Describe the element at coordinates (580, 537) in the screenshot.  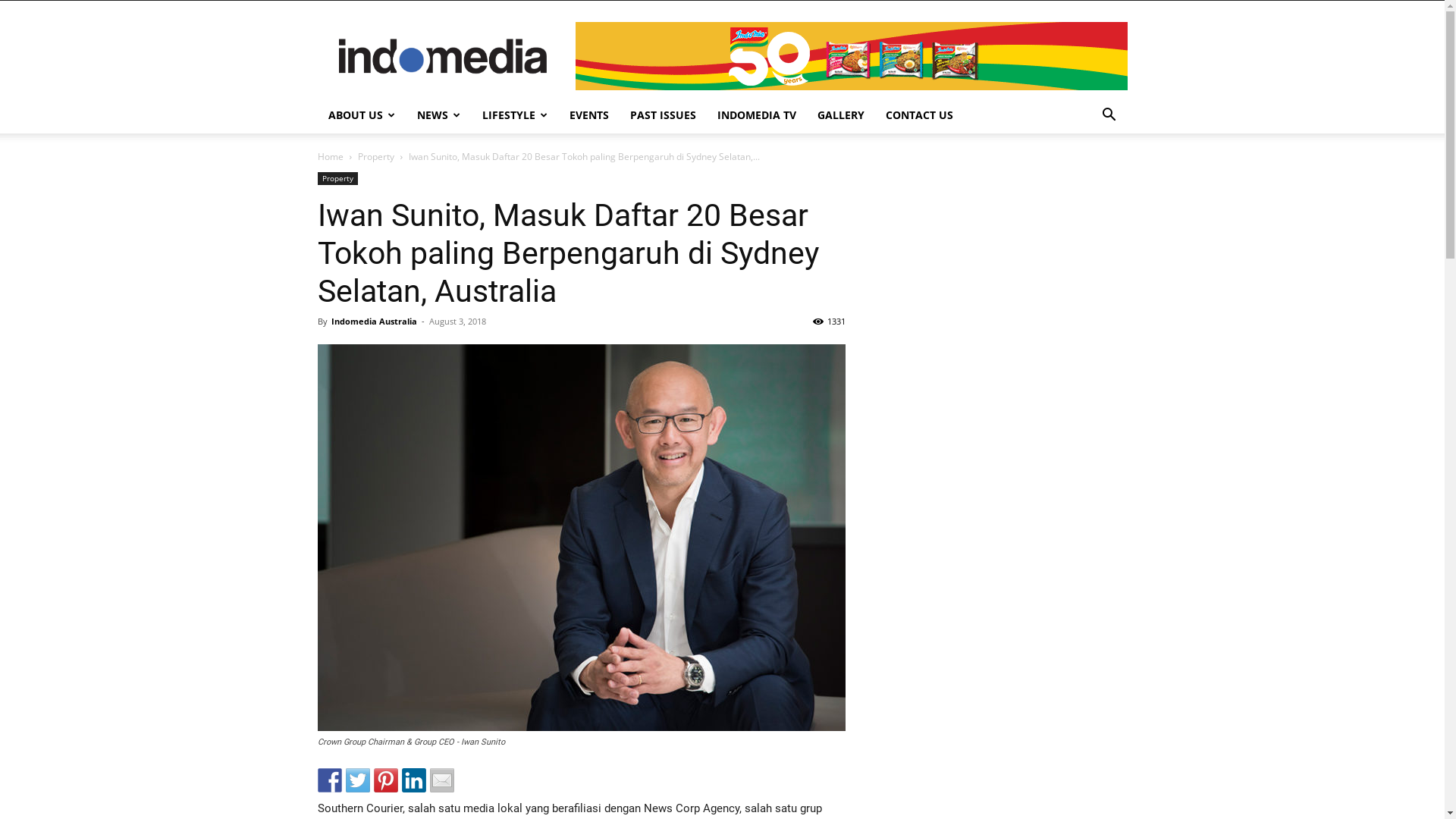
I see `'property iwan sunito'` at that location.